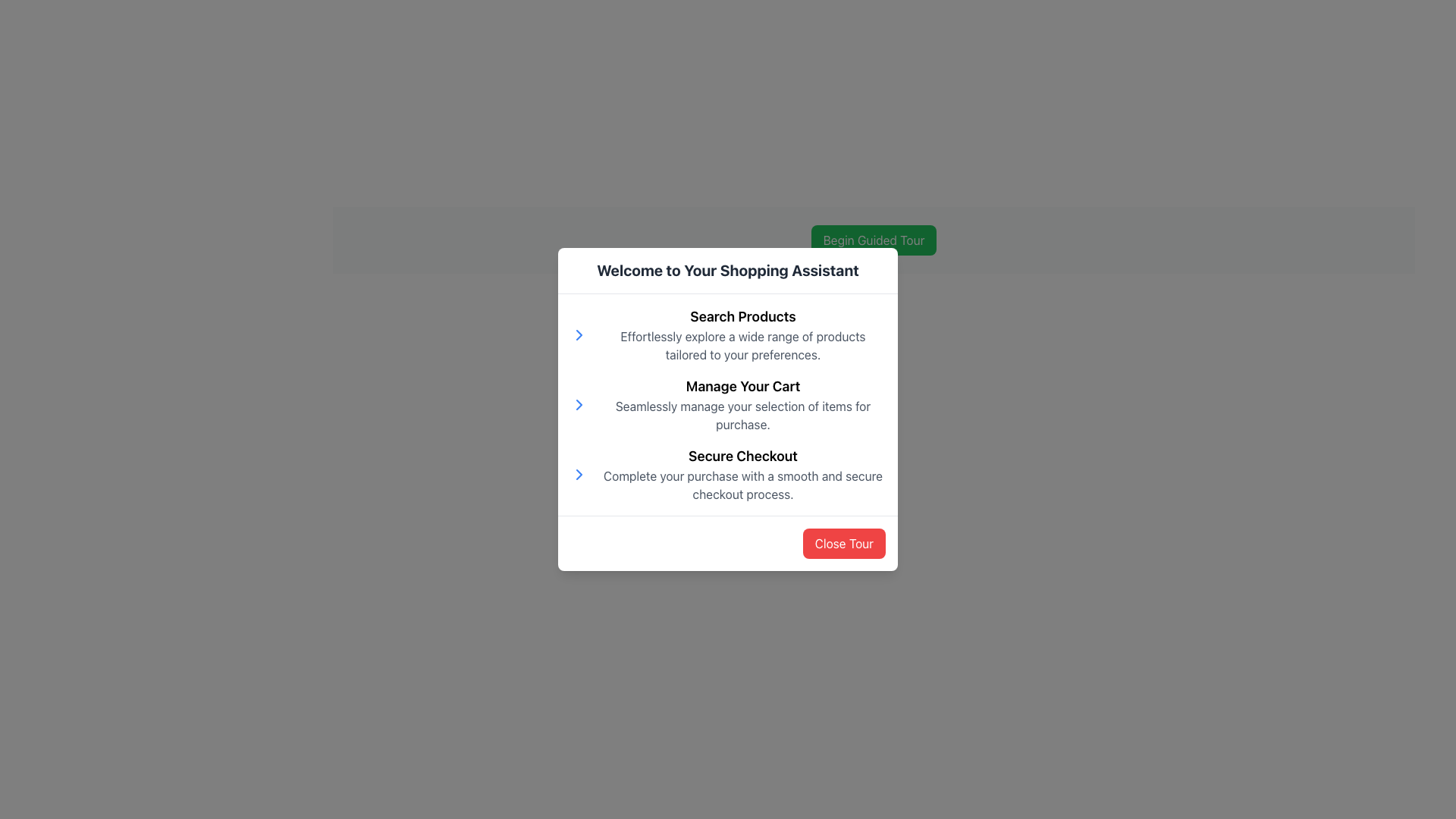 The height and width of the screenshot is (819, 1456). I want to click on the interactive button with a green background located at the top-right of the dialog box that initiates a guided tour, for accessibility navigation, so click(874, 239).